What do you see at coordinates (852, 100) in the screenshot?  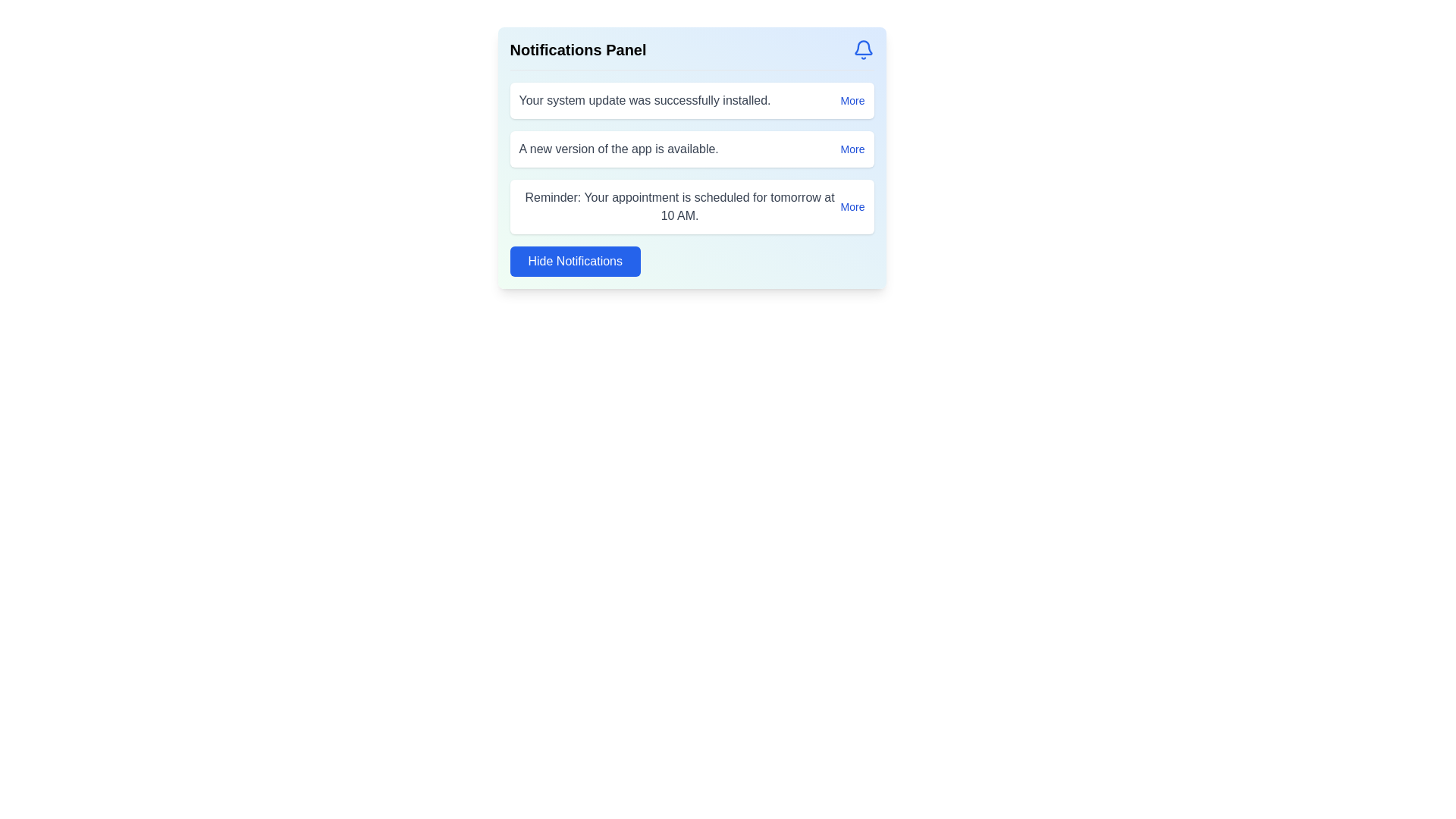 I see `the link located to the right of the notification message 'Your system update was successfully installed.' within the first notification card in the Notifications Panel` at bounding box center [852, 100].